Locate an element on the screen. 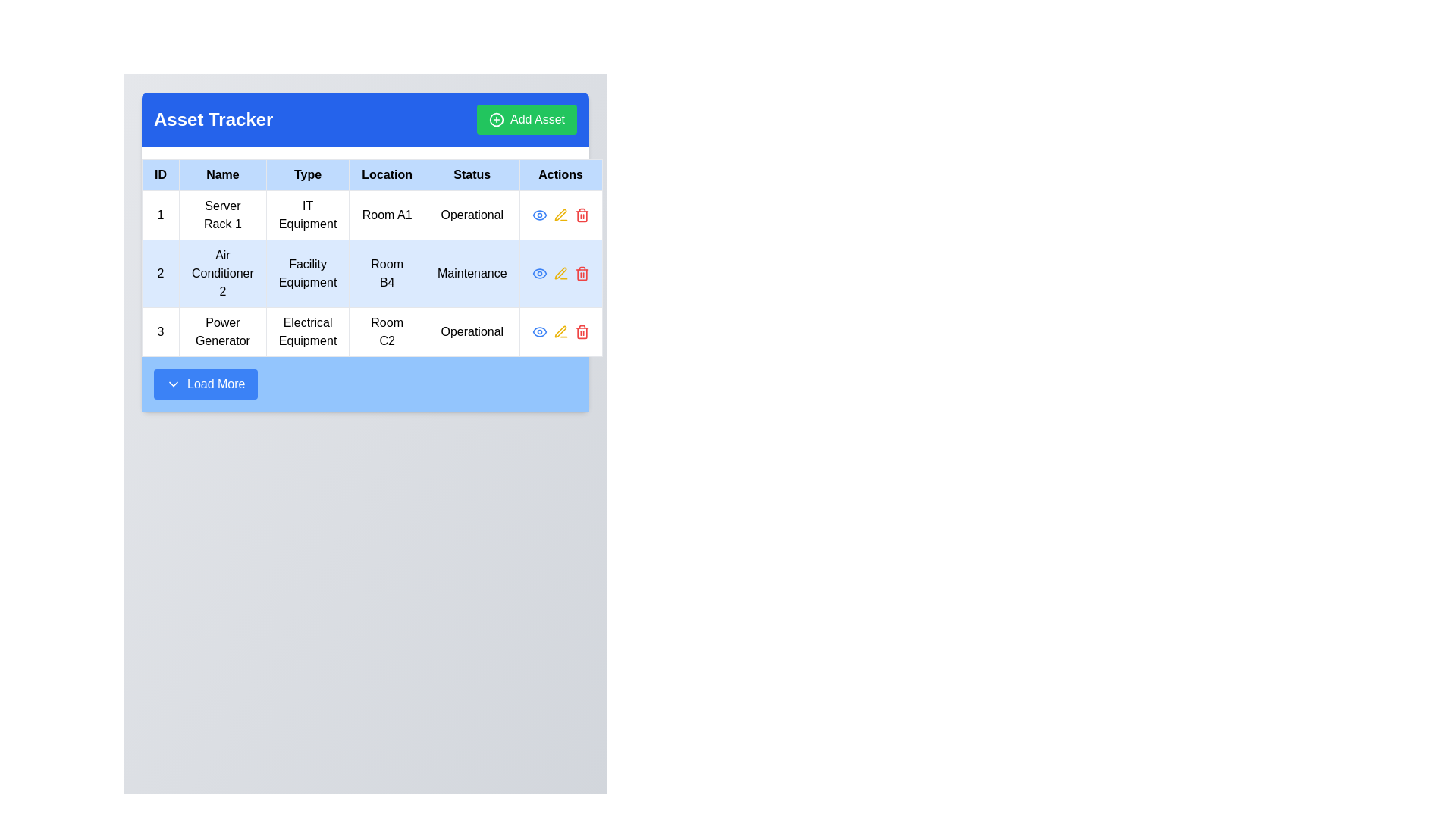 Image resolution: width=1456 pixels, height=819 pixels. the pencil (edit) icon in the action buttons set for 'Air Conditioner 2' in the 'Actions' column of the second row is located at coordinates (560, 274).